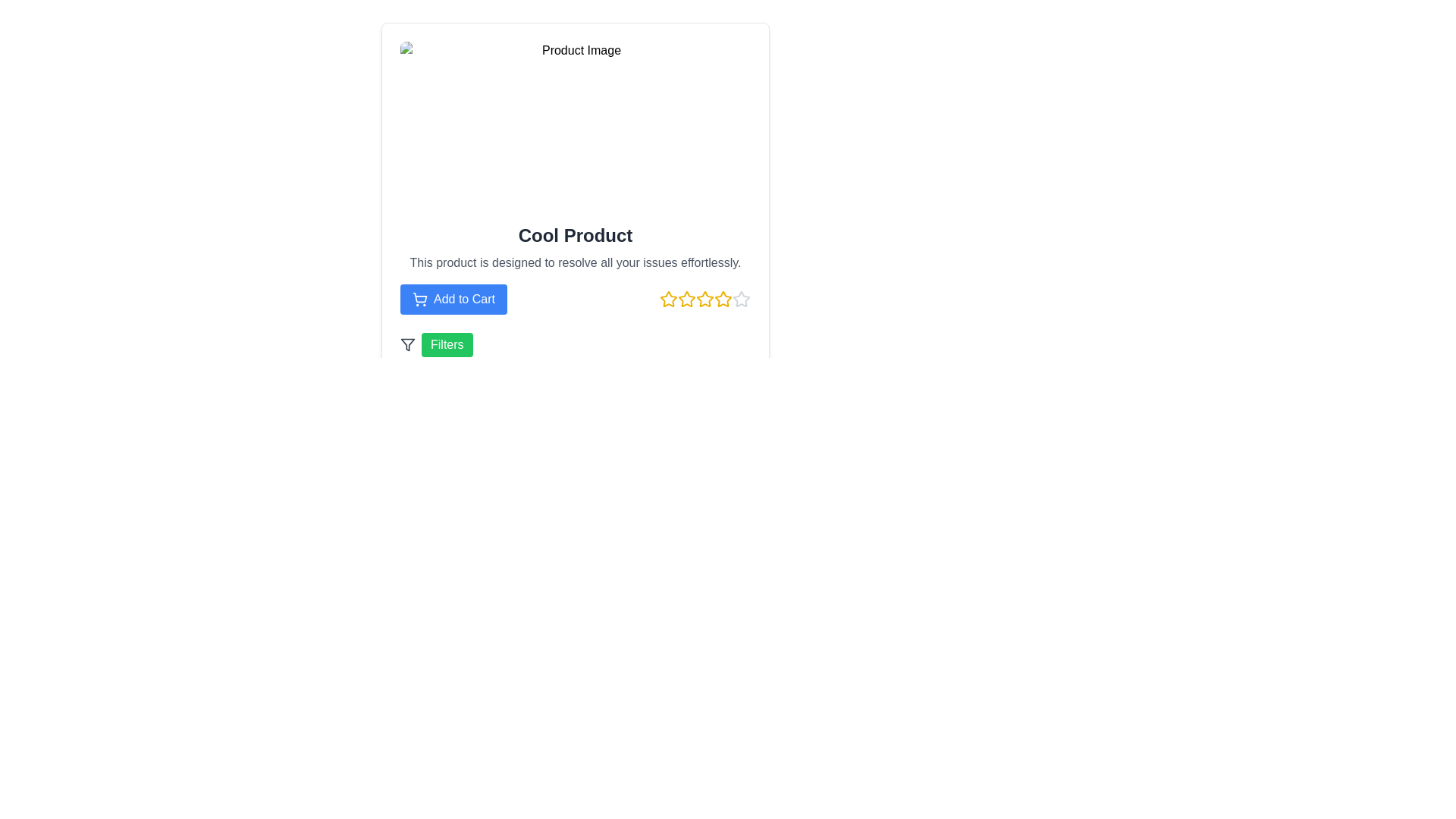 The image size is (1456, 819). What do you see at coordinates (453, 299) in the screenshot?
I see `the button located to the left of the row of yellow star icons` at bounding box center [453, 299].